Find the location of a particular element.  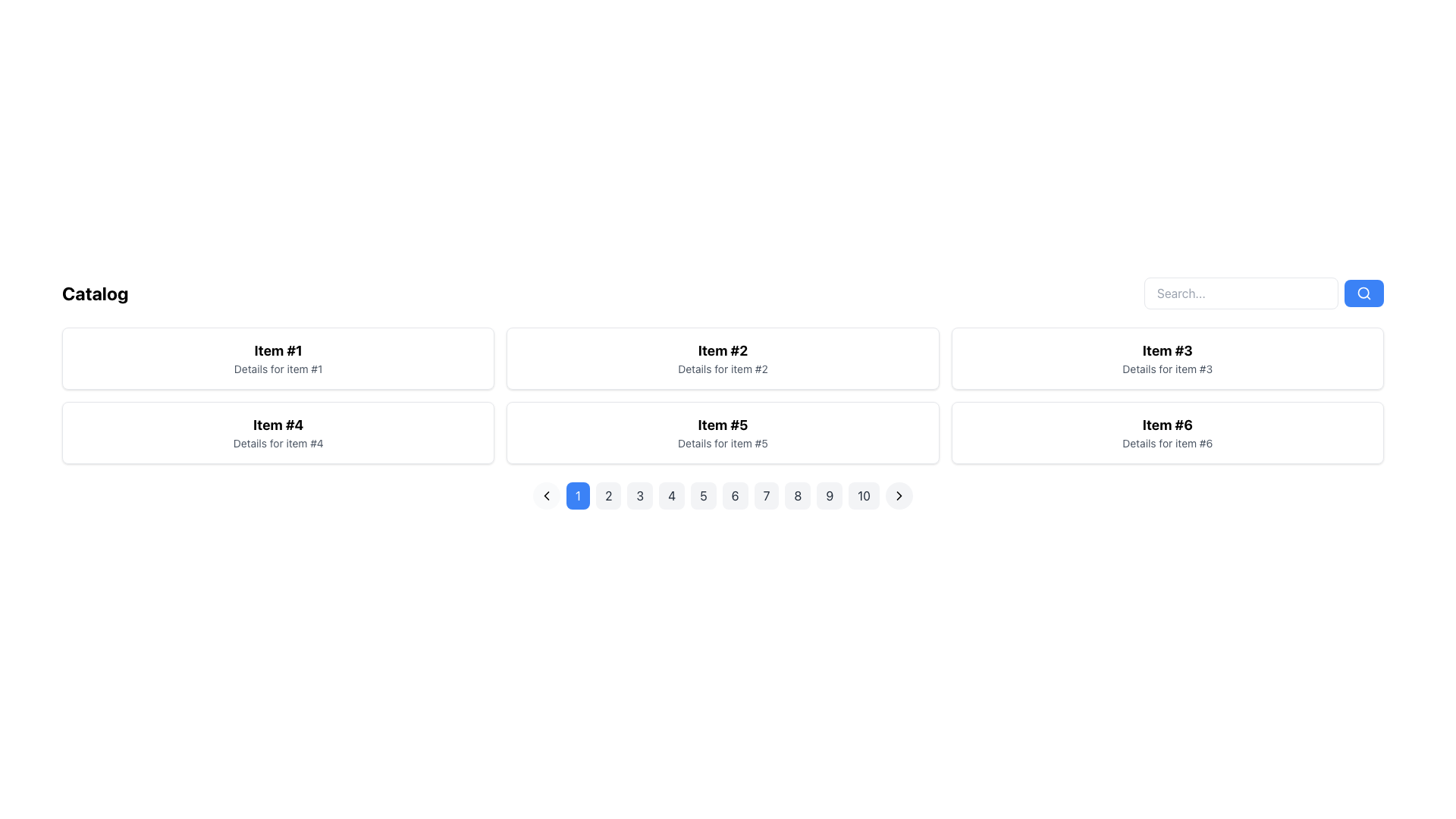

the button labeled '6' in the pagination bar is located at coordinates (722, 496).